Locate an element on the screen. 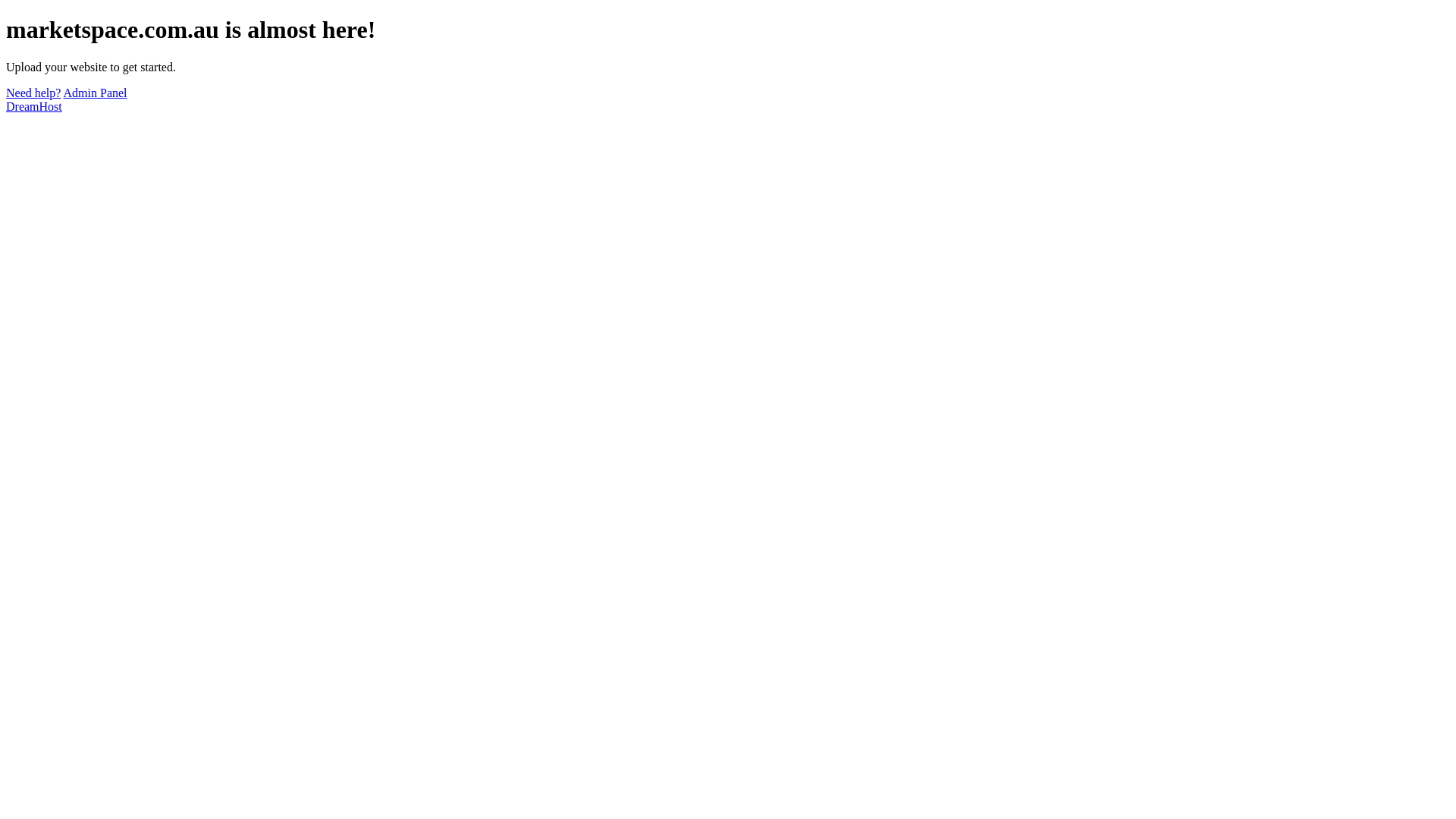 This screenshot has width=1456, height=819. 'Need help?' is located at coordinates (33, 93).